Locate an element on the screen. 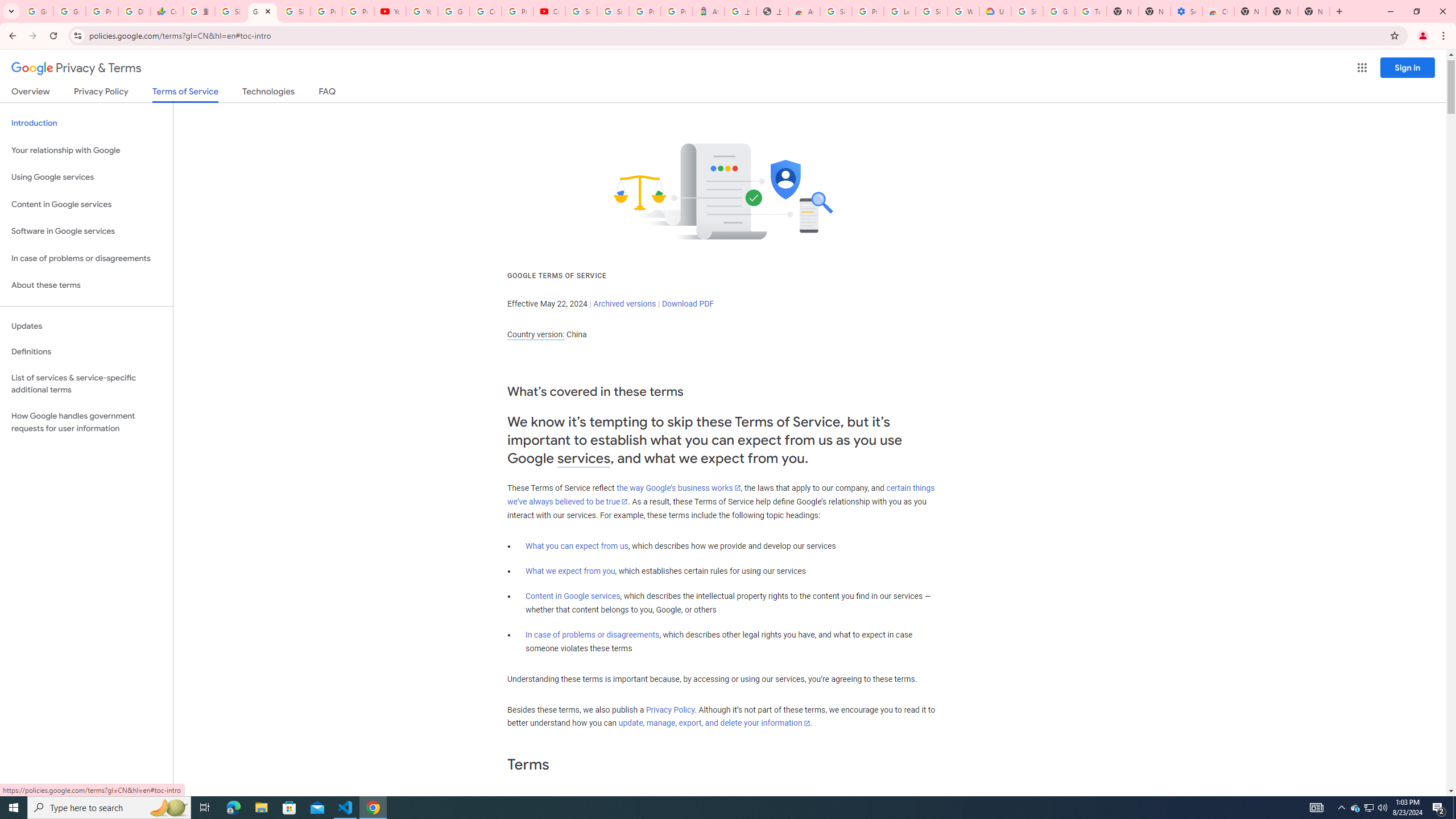 This screenshot has width=1456, height=819. 'Create your Google Account' is located at coordinates (485, 11).